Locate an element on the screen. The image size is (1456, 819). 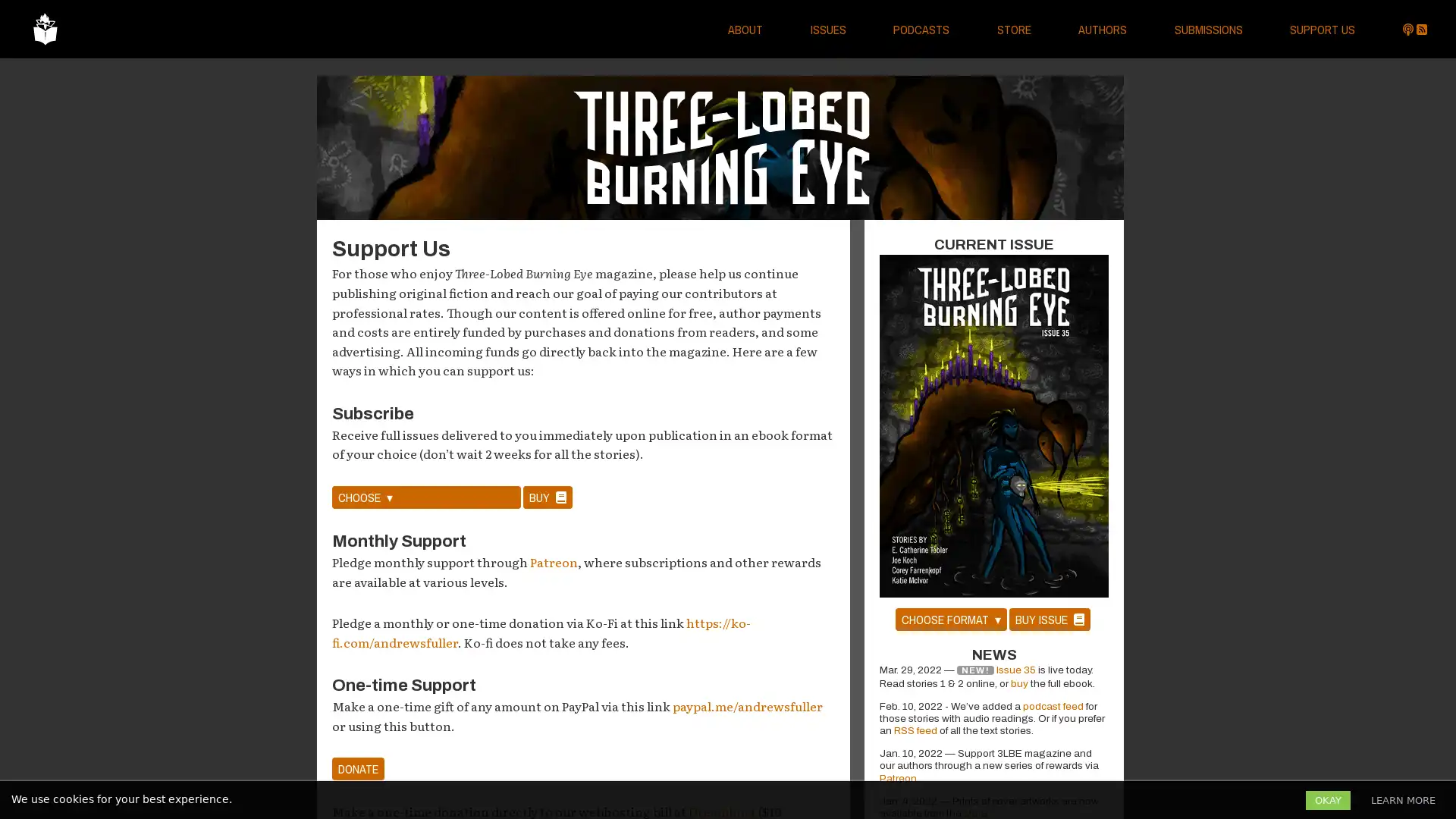
BUY is located at coordinates (547, 497).